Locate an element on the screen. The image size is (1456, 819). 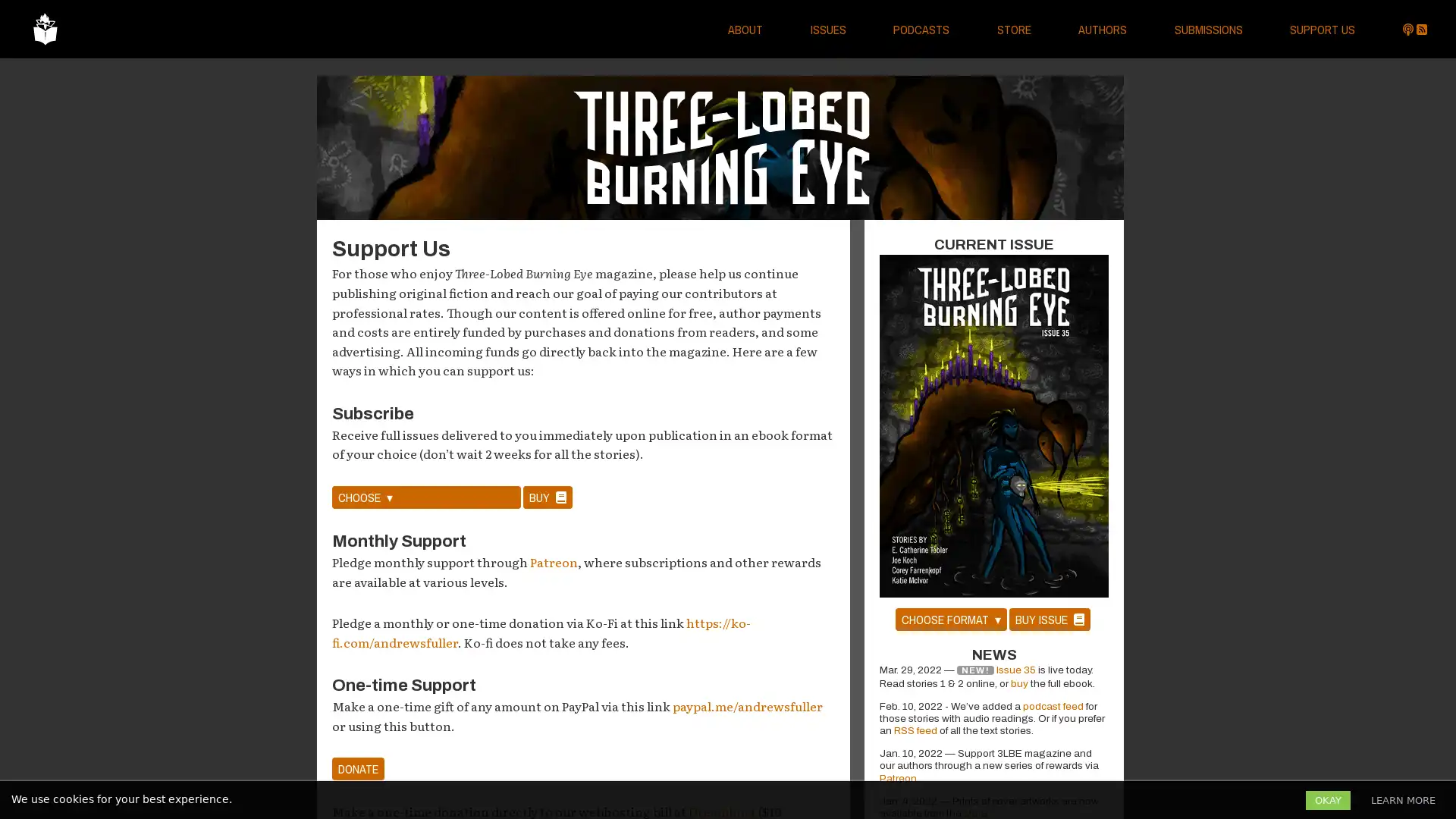
BUY is located at coordinates (547, 497).